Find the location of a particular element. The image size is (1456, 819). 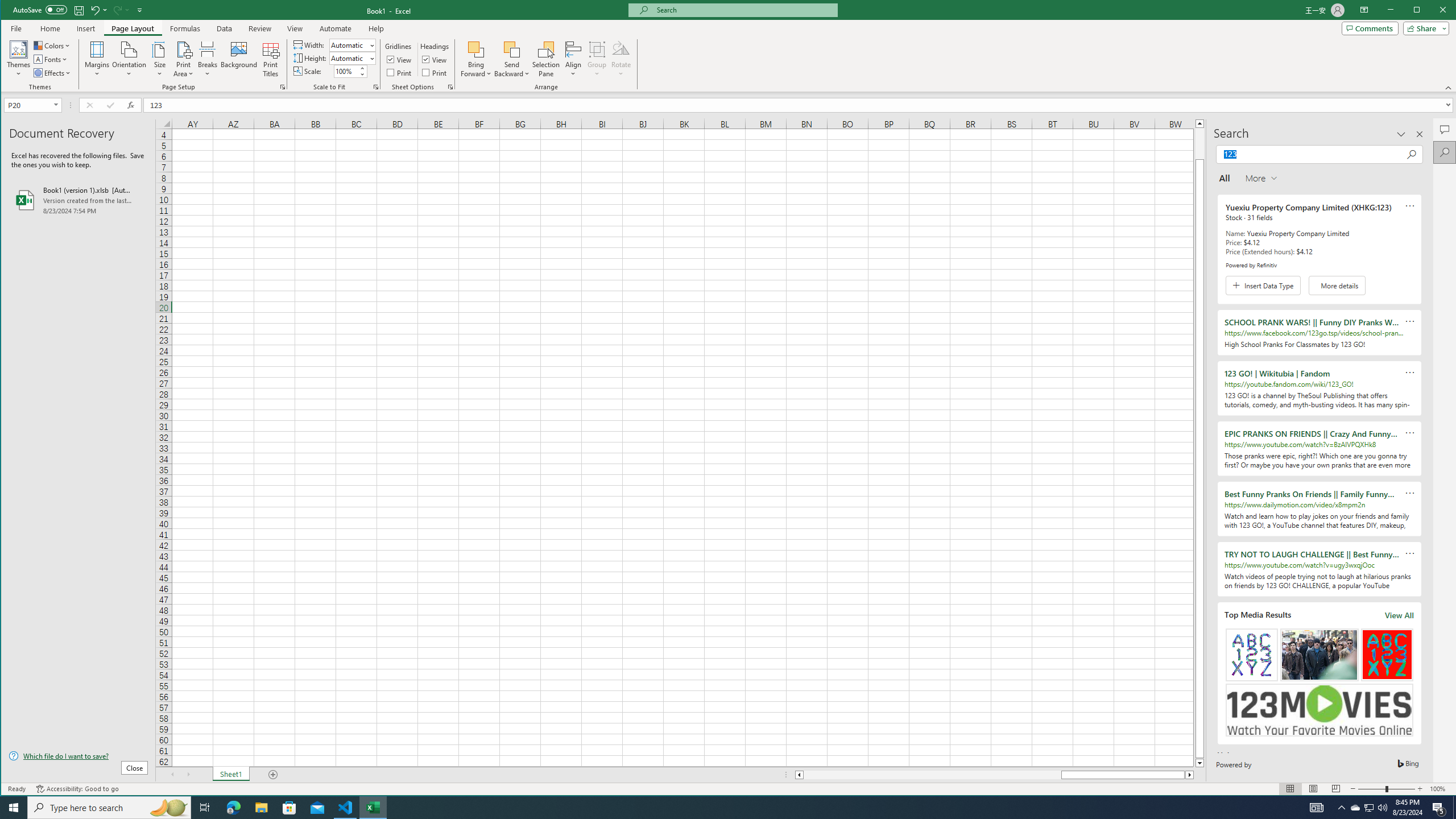

'Share' is located at coordinates (1423, 28).